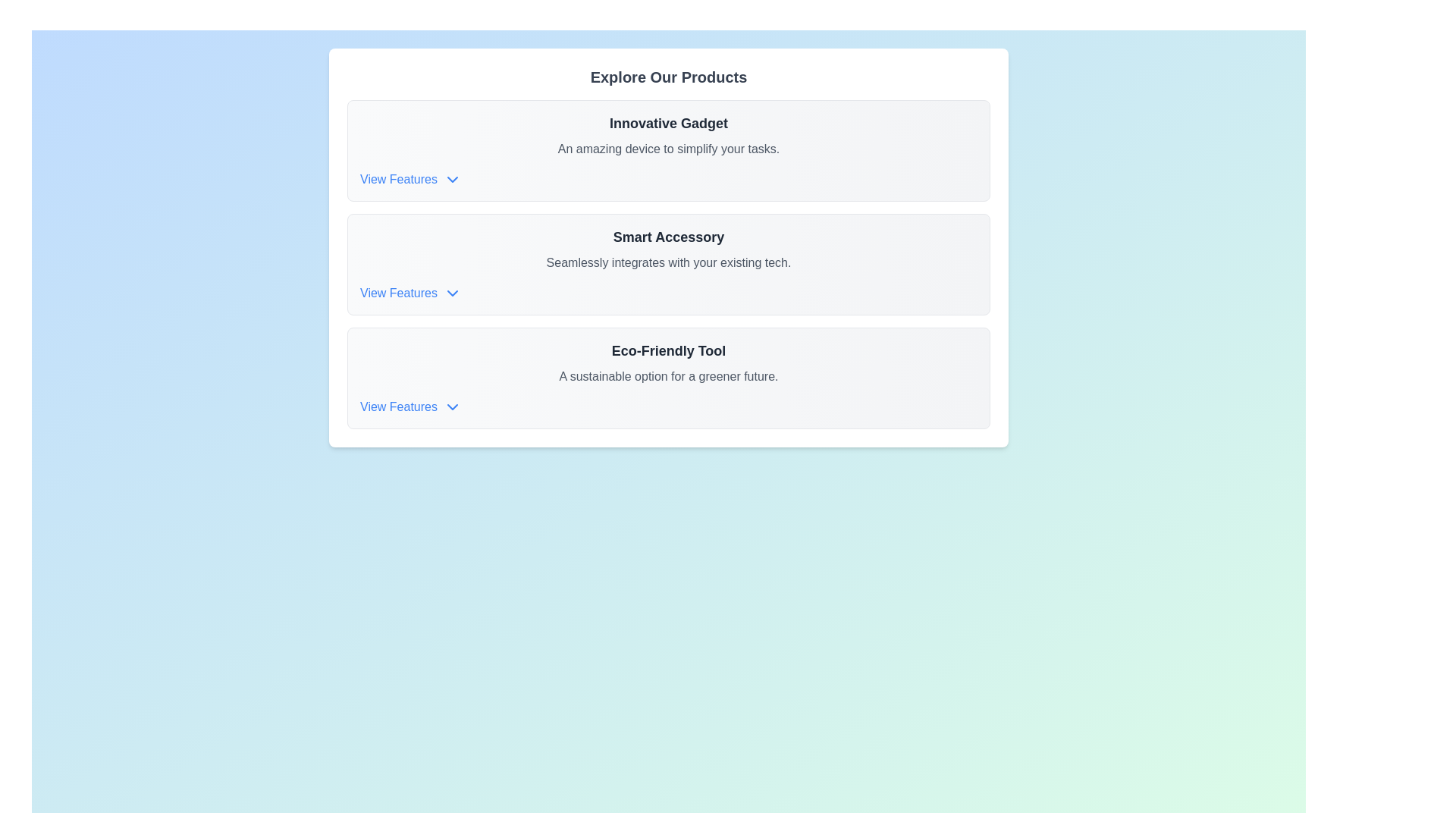 The width and height of the screenshot is (1456, 819). Describe the element at coordinates (451, 406) in the screenshot. I see `the third chevron down icon next to the 'View Features' text` at that location.